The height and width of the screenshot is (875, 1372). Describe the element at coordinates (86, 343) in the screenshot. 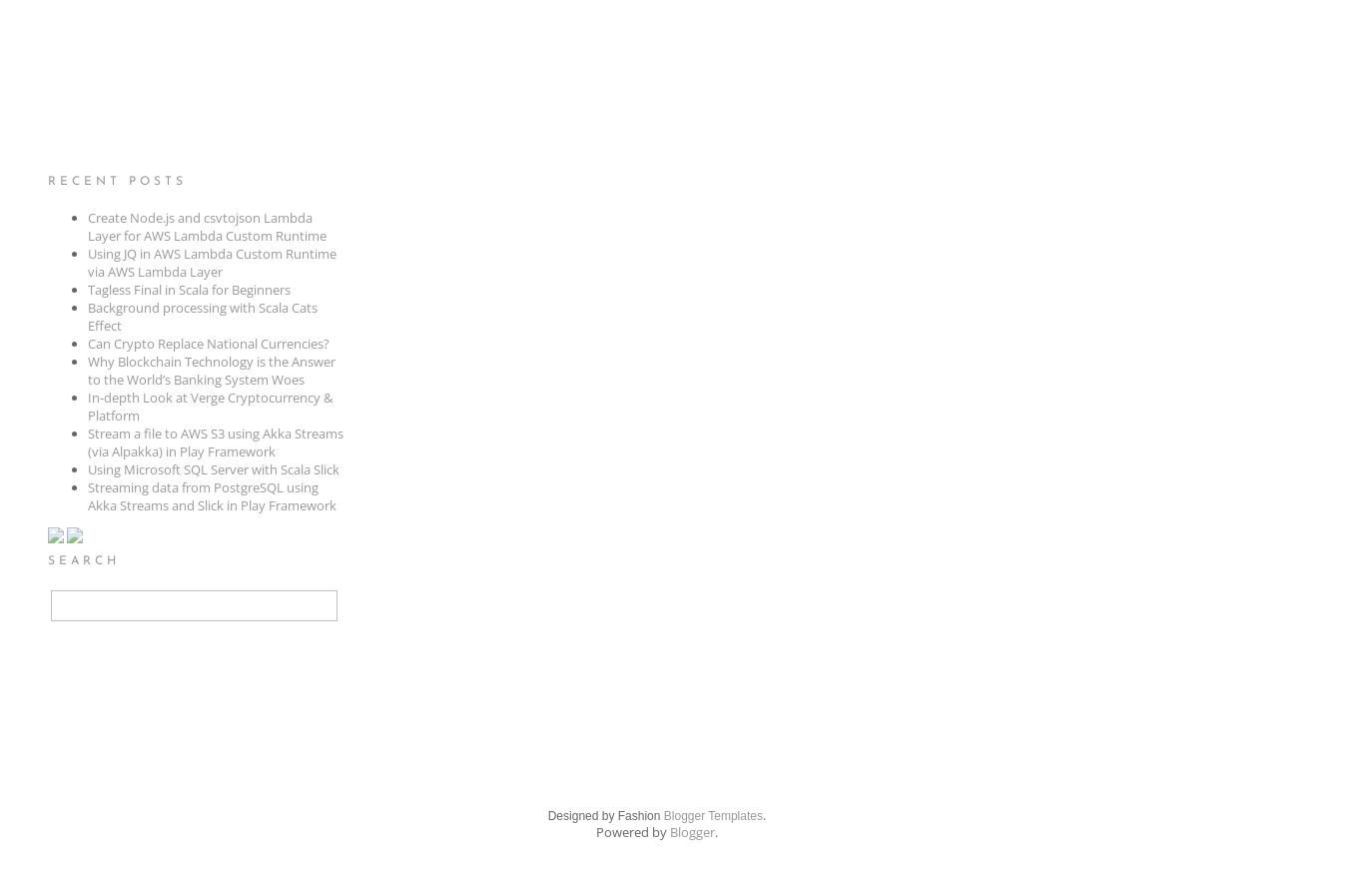

I see `'Can Crypto Replace National Currencies?'` at that location.